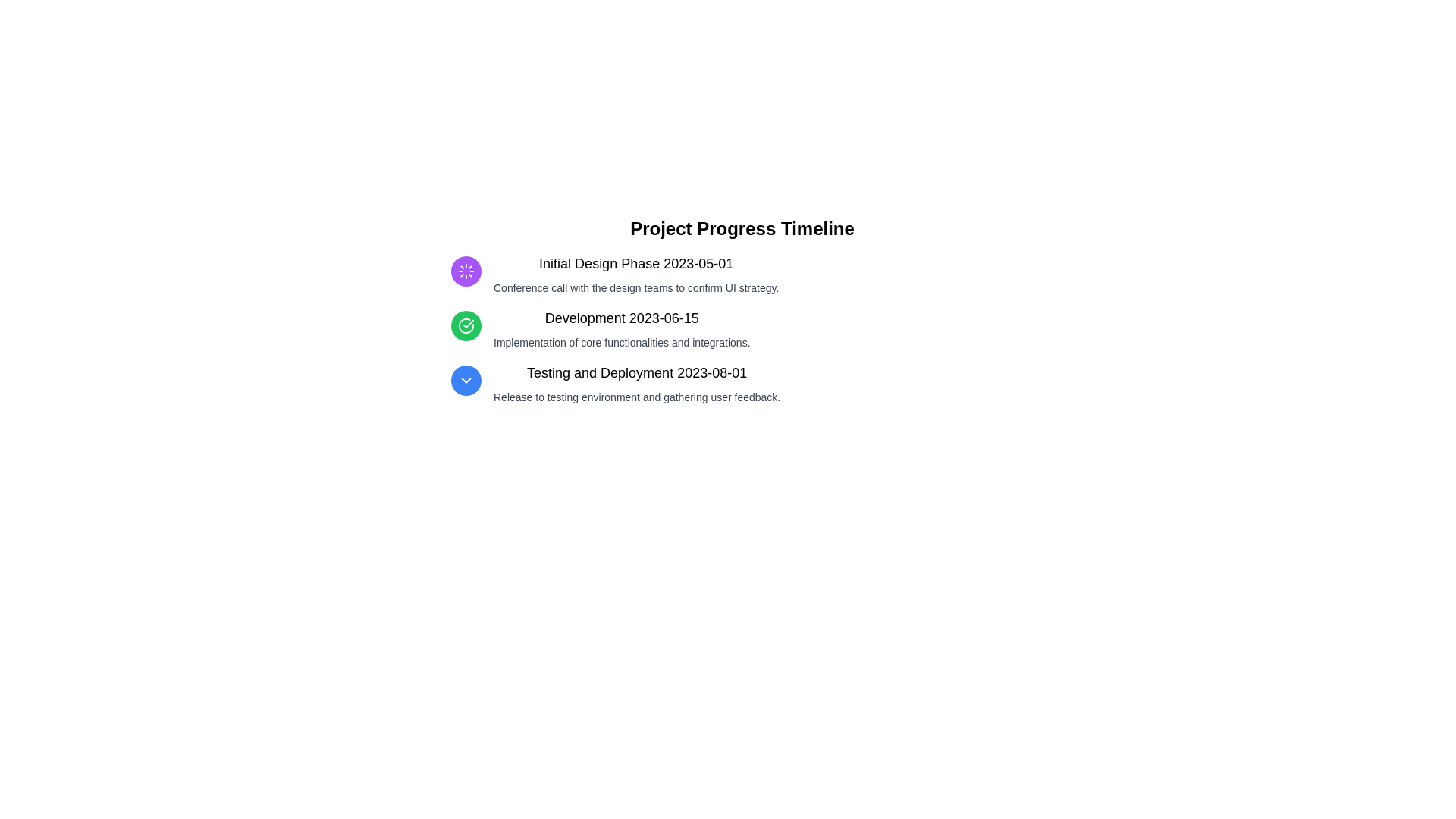 Image resolution: width=1456 pixels, height=819 pixels. What do you see at coordinates (465, 325) in the screenshot?
I see `the circular green icon with a white checkmark, which represents approval or completion, located in the middle-left section of the interface, aligned with the text 'Development 2023-06-15'` at bounding box center [465, 325].